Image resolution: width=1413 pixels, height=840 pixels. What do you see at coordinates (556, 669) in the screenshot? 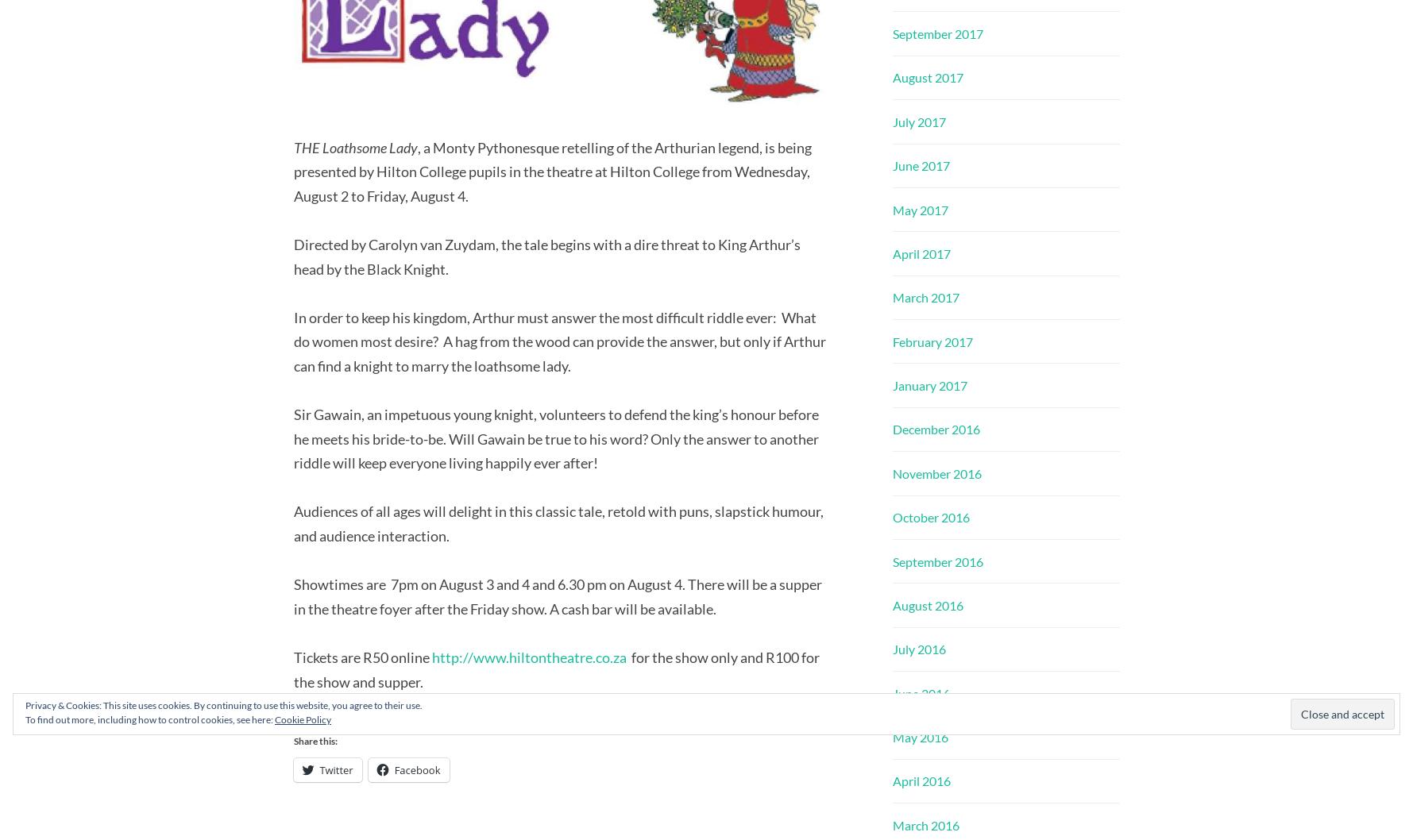
I see `'for the show only and R100 for the show and supper.'` at bounding box center [556, 669].